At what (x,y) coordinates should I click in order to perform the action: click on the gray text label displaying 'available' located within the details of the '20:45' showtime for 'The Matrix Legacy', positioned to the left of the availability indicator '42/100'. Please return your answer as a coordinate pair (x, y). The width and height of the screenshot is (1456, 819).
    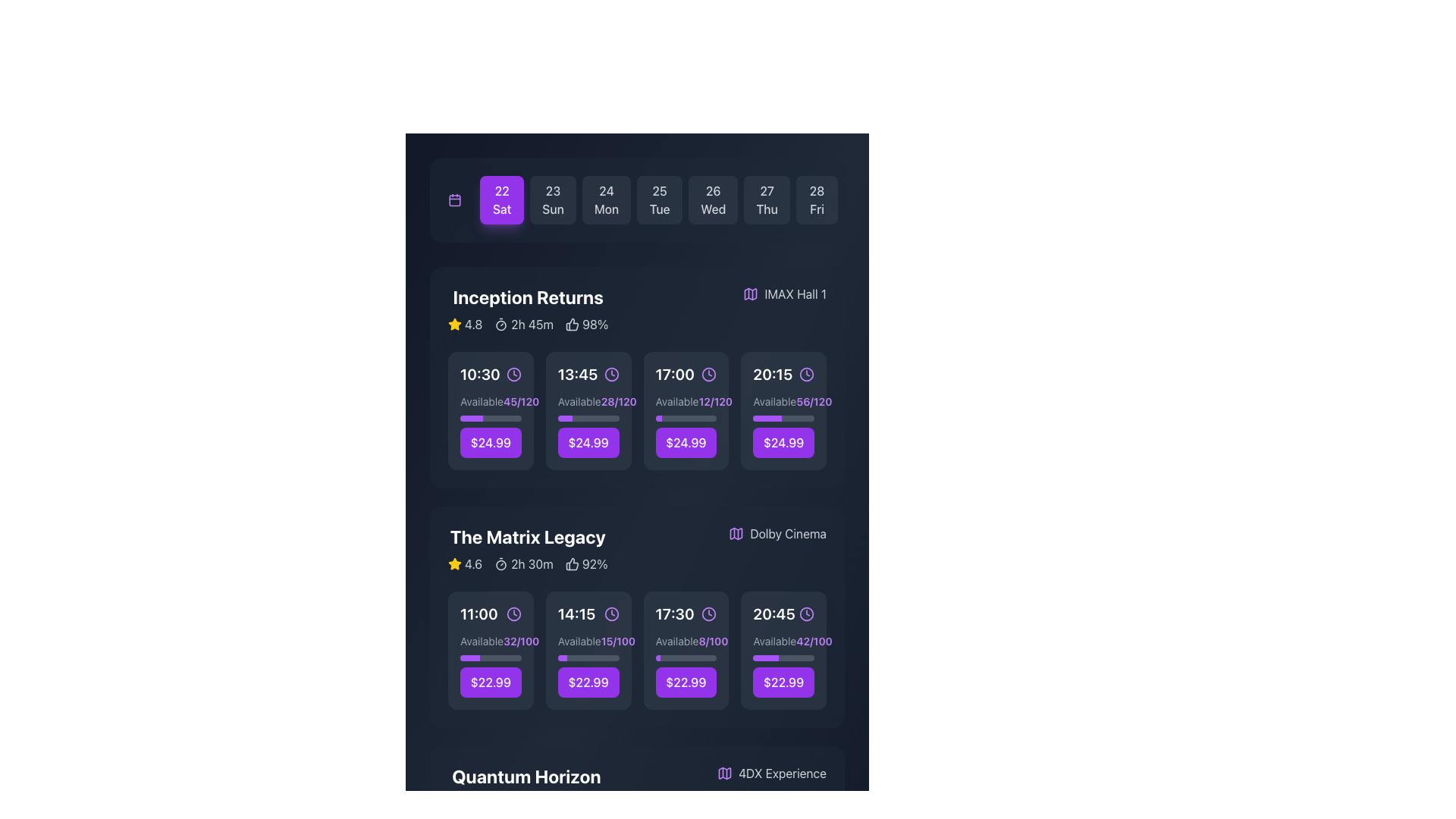
    Looking at the image, I should click on (774, 641).